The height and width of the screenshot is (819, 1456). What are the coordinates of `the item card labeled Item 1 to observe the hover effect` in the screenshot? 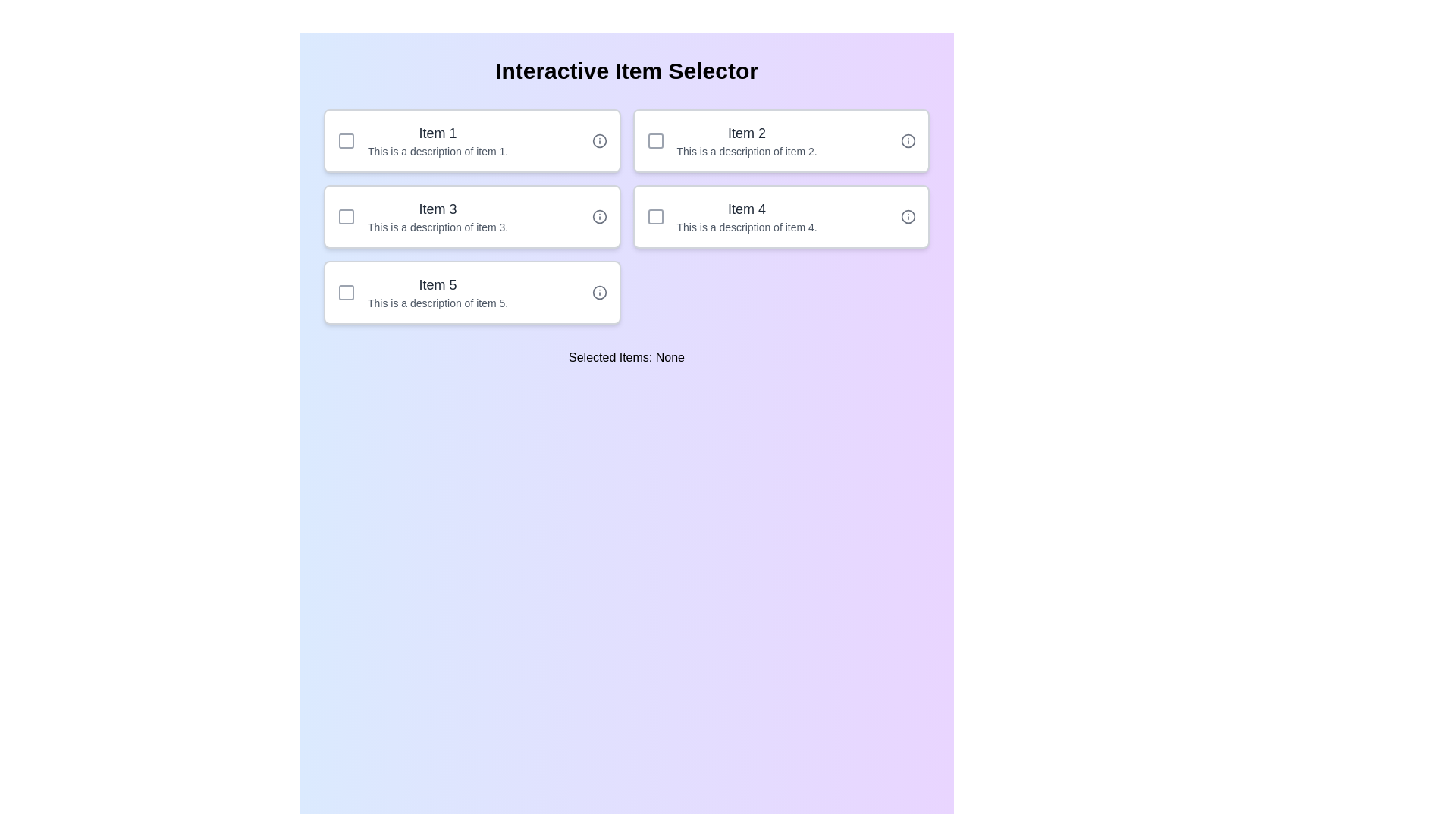 It's located at (471, 140).